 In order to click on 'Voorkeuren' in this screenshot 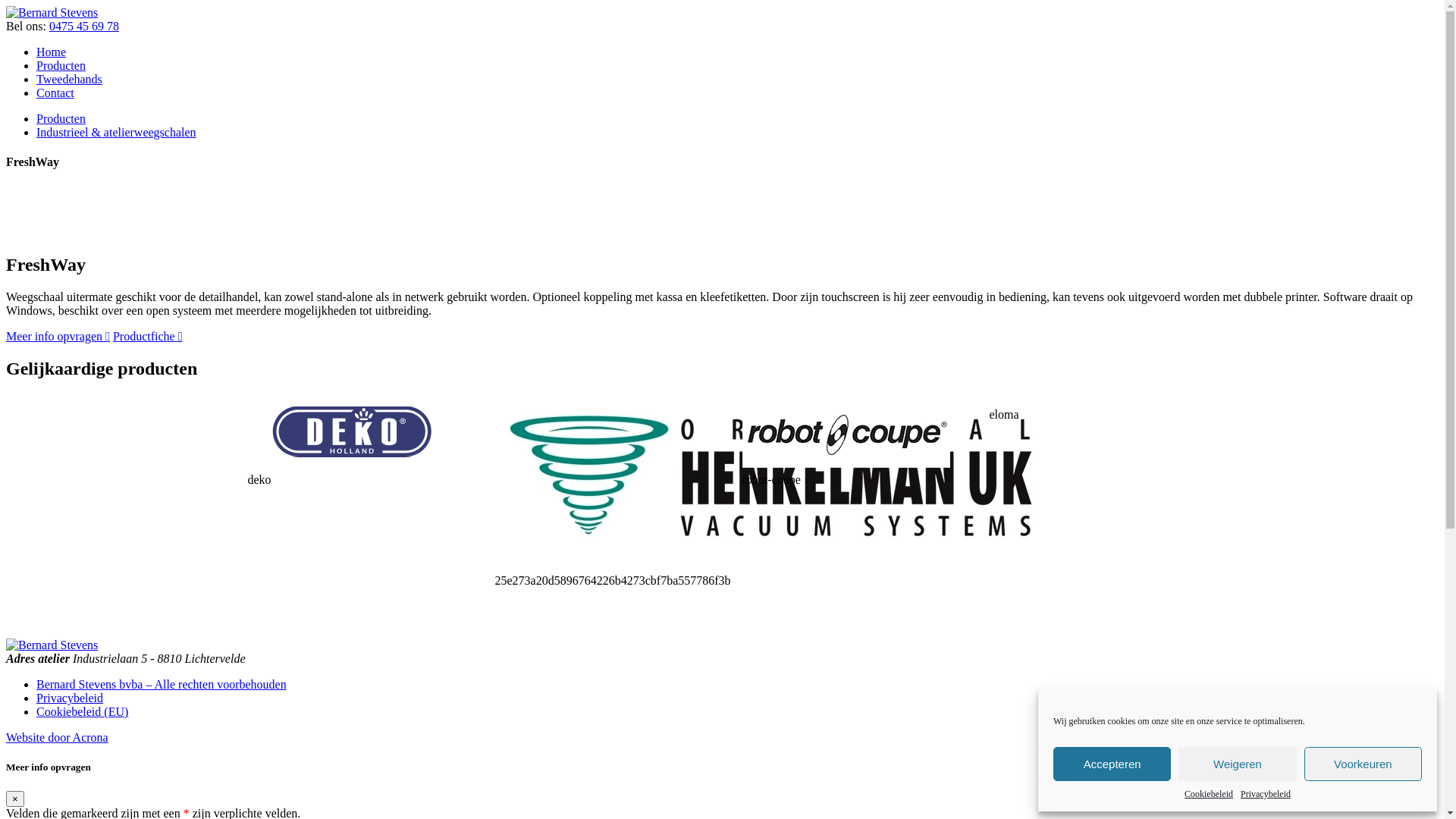, I will do `click(1363, 764)`.